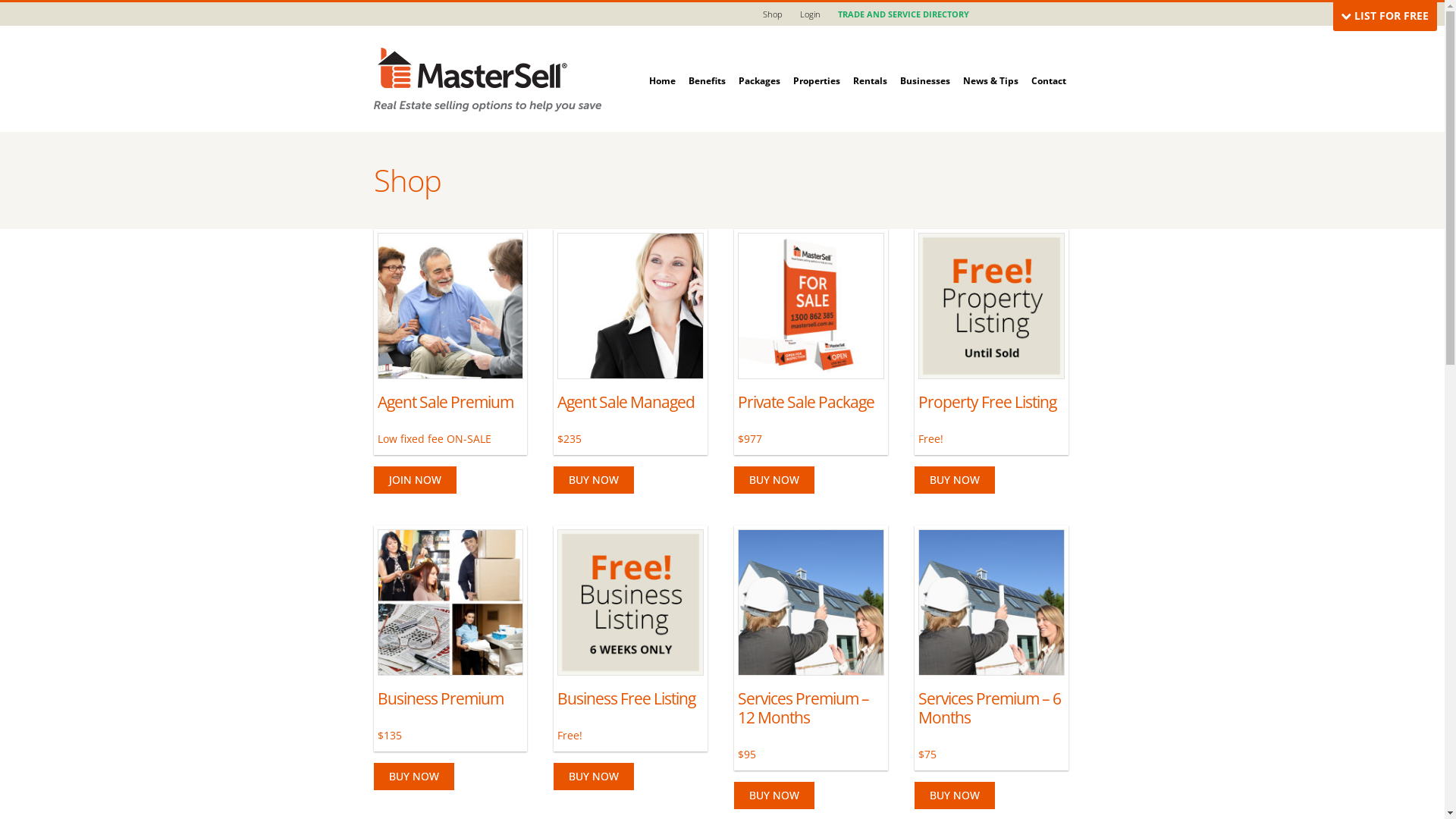 This screenshot has height=819, width=1456. Describe the element at coordinates (487, 78) in the screenshot. I see `'MasterSell'` at that location.